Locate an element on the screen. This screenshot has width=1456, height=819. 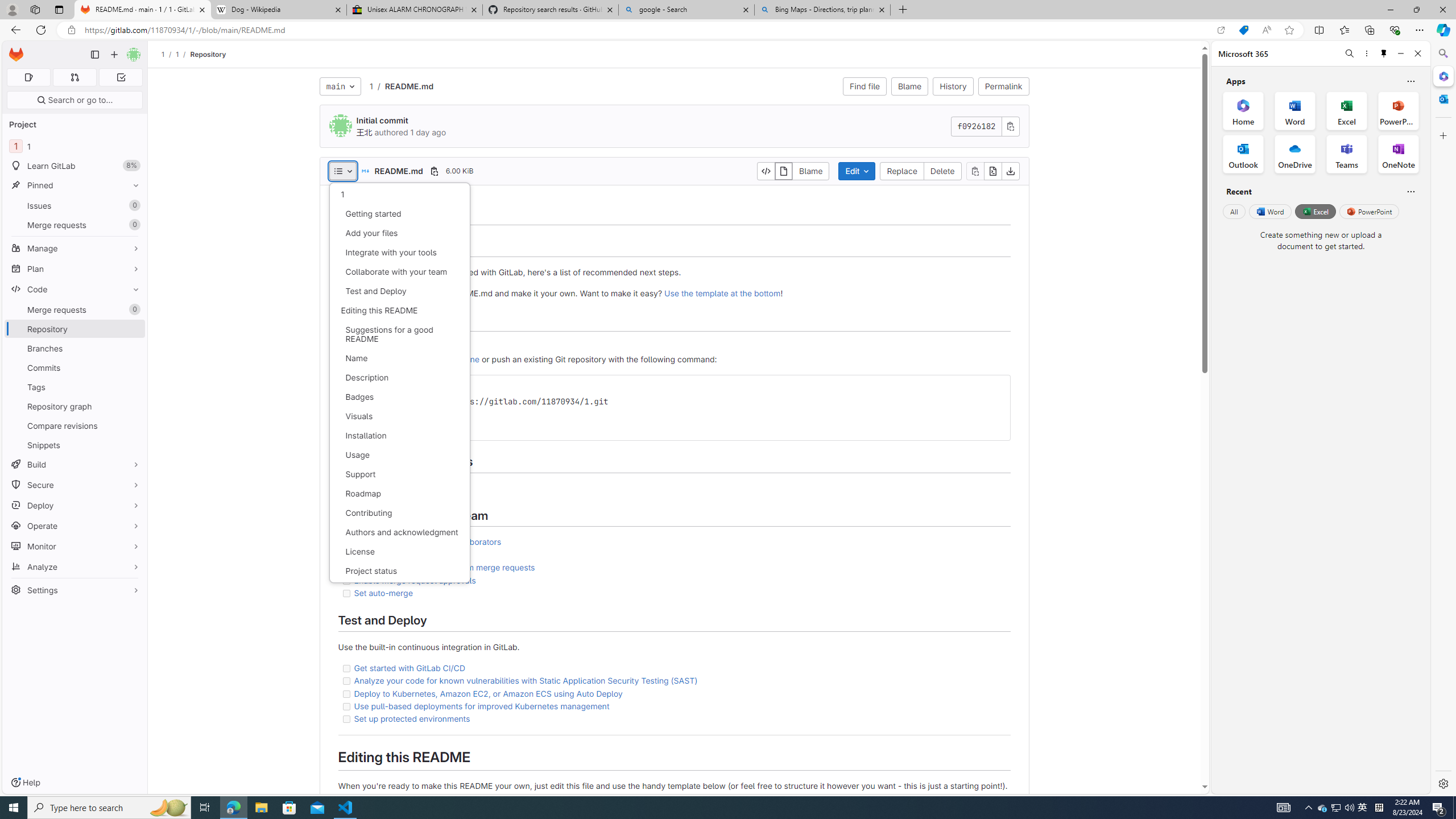
'Edit' is located at coordinates (857, 170).